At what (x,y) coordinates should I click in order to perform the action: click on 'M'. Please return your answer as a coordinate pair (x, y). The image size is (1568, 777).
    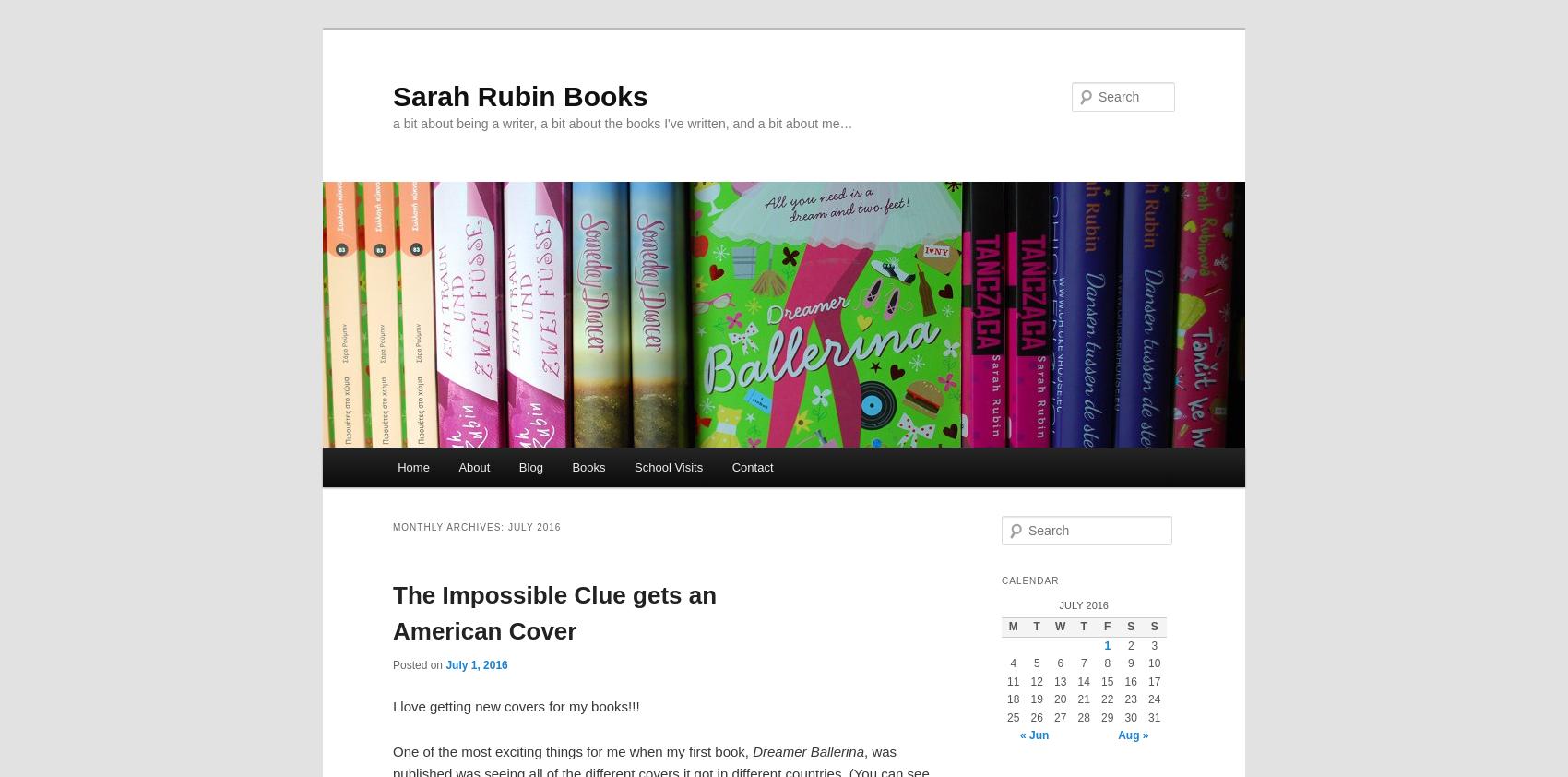
    Looking at the image, I should click on (1013, 626).